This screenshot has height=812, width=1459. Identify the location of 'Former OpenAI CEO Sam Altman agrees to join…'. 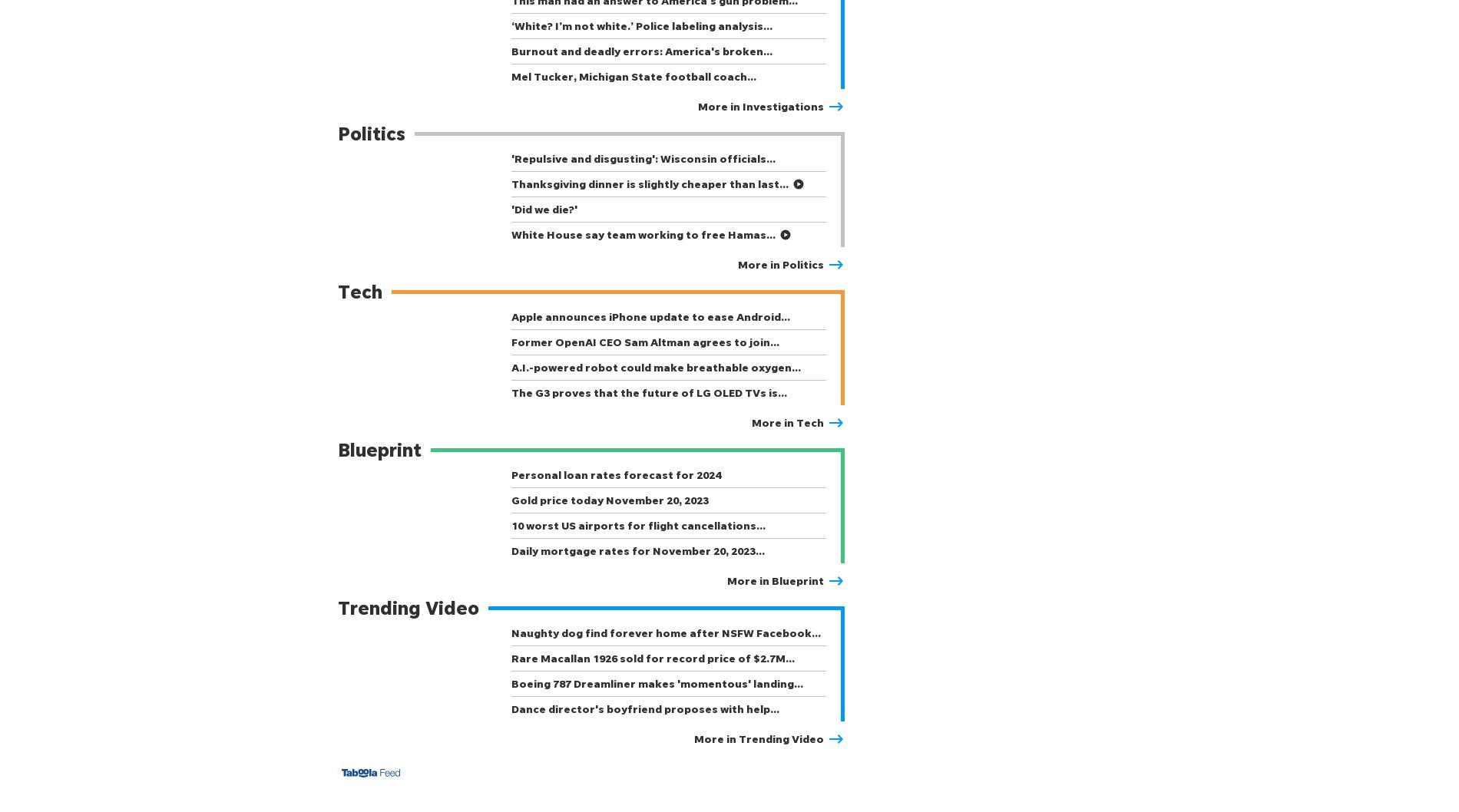
(511, 341).